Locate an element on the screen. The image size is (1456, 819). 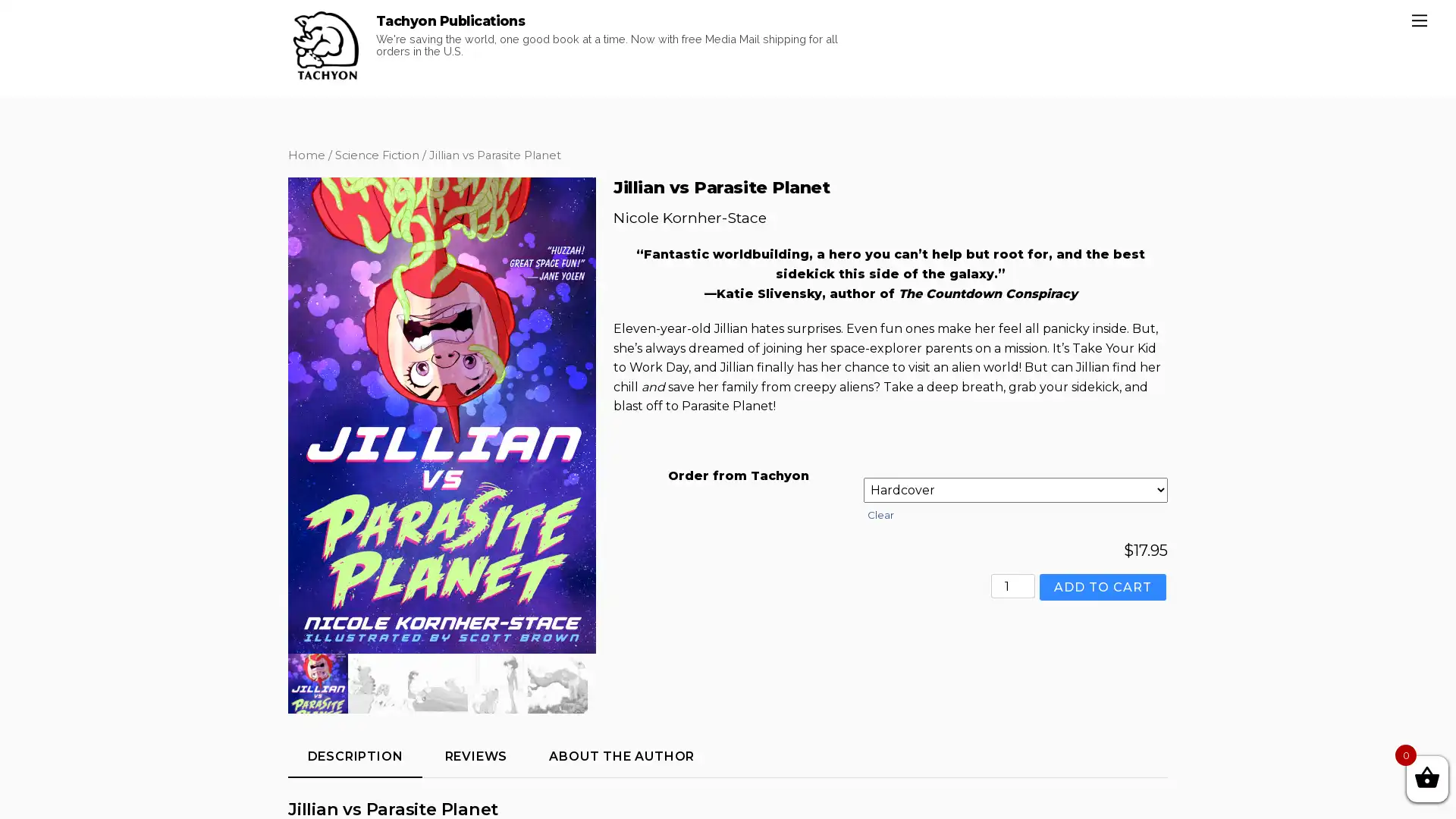
ADD TO CART is located at coordinates (1103, 664).